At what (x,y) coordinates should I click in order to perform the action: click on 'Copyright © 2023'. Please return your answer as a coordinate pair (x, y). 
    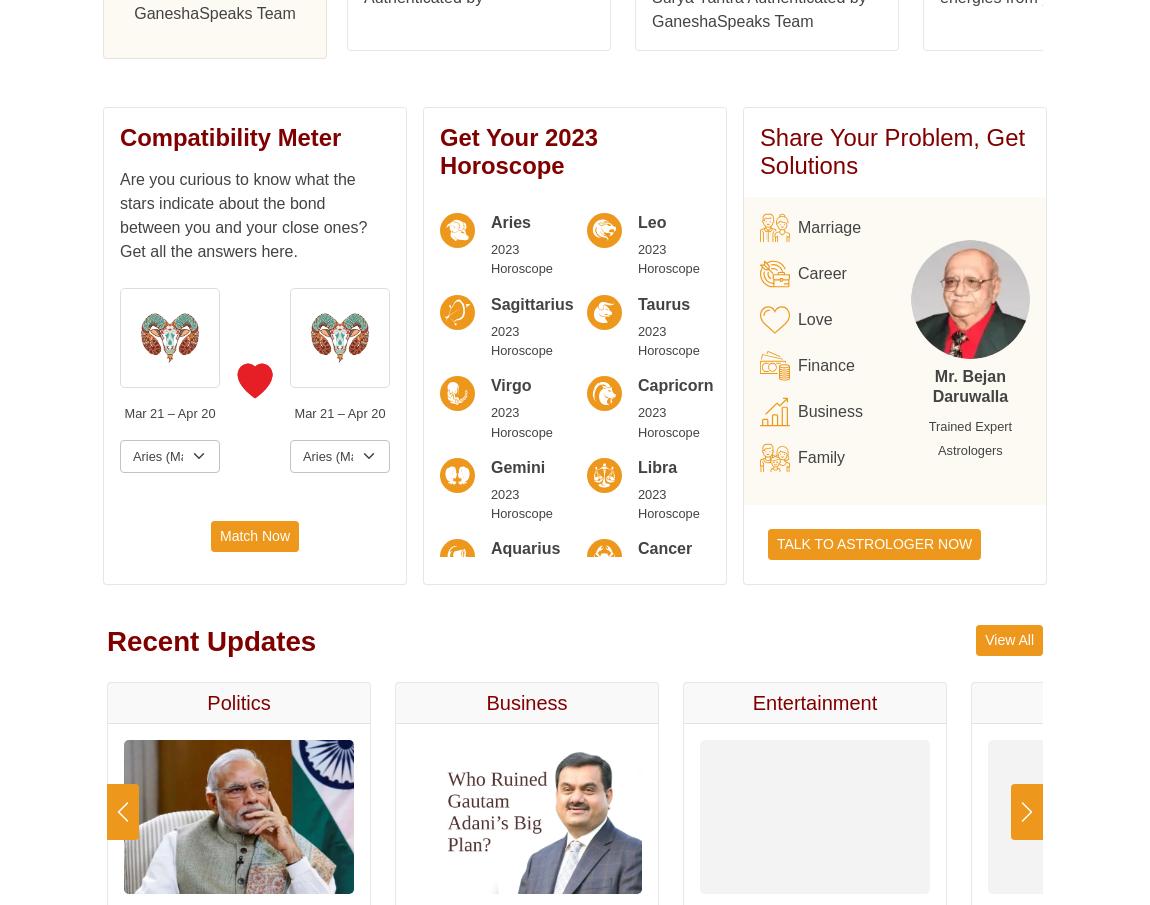
    Looking at the image, I should click on (369, 192).